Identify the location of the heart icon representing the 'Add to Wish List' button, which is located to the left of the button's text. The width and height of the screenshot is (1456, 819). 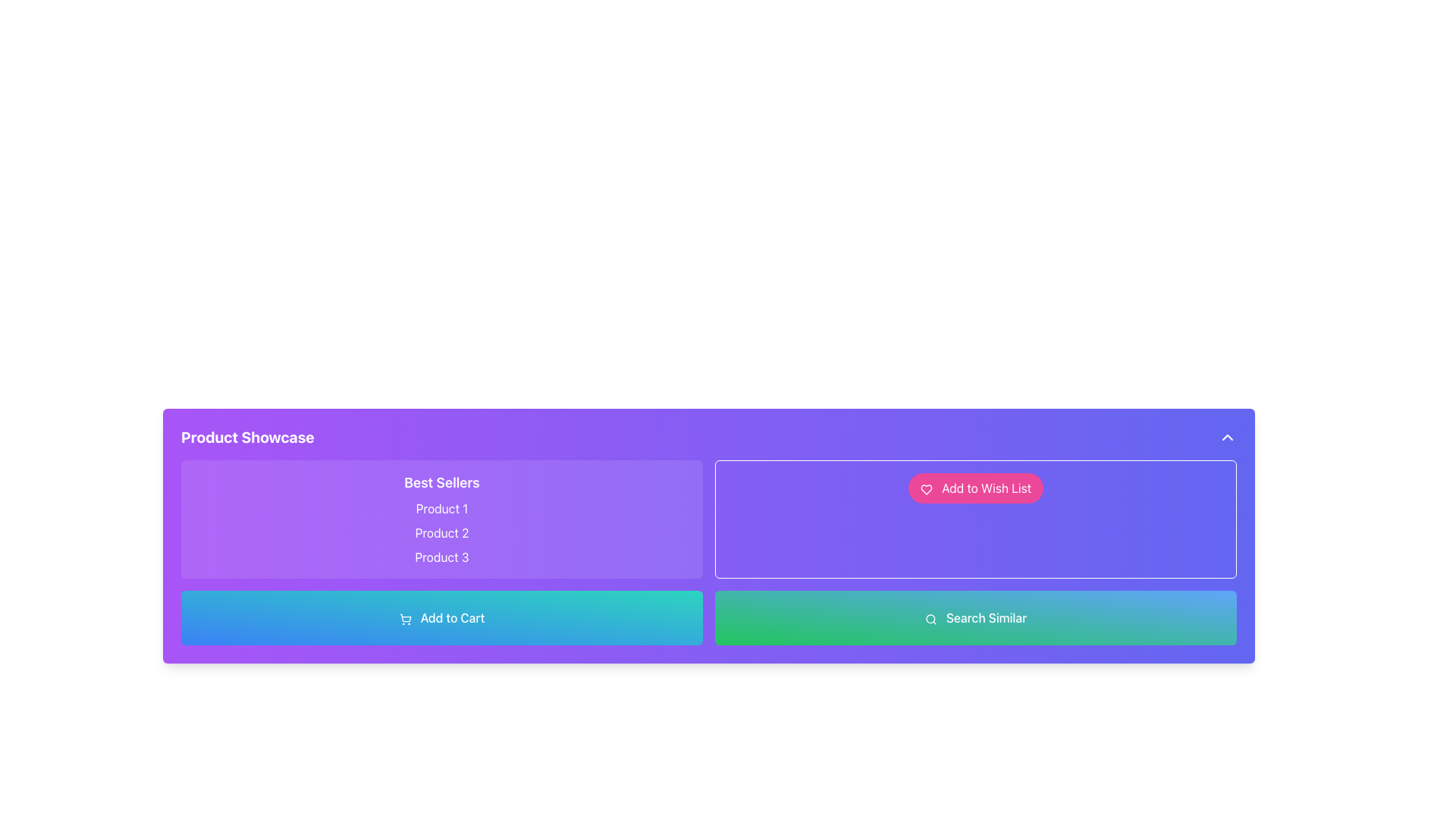
(925, 489).